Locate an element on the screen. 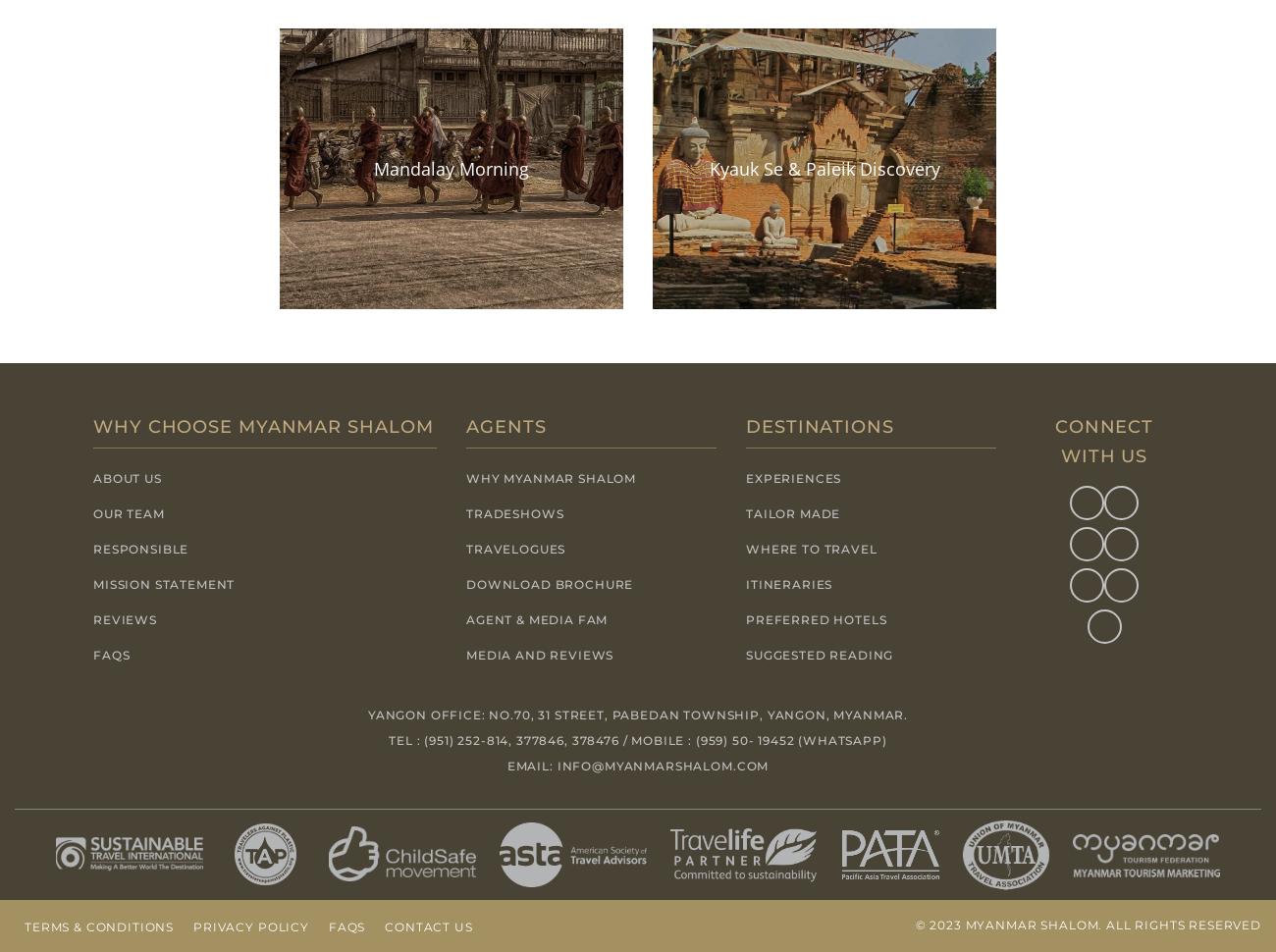 Image resolution: width=1276 pixels, height=952 pixels. 'Tradeshows' is located at coordinates (514, 512).